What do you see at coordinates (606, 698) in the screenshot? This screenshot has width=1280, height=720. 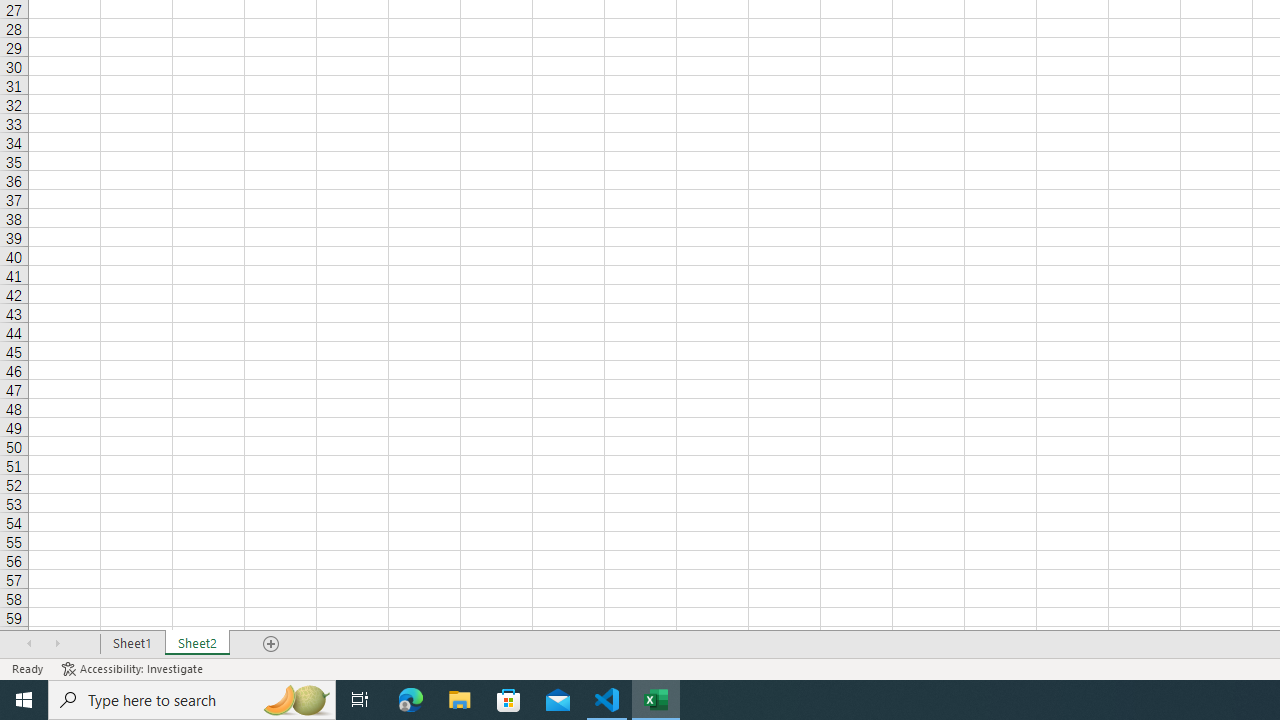 I see `'Visual Studio Code - 1 running window'` at bounding box center [606, 698].